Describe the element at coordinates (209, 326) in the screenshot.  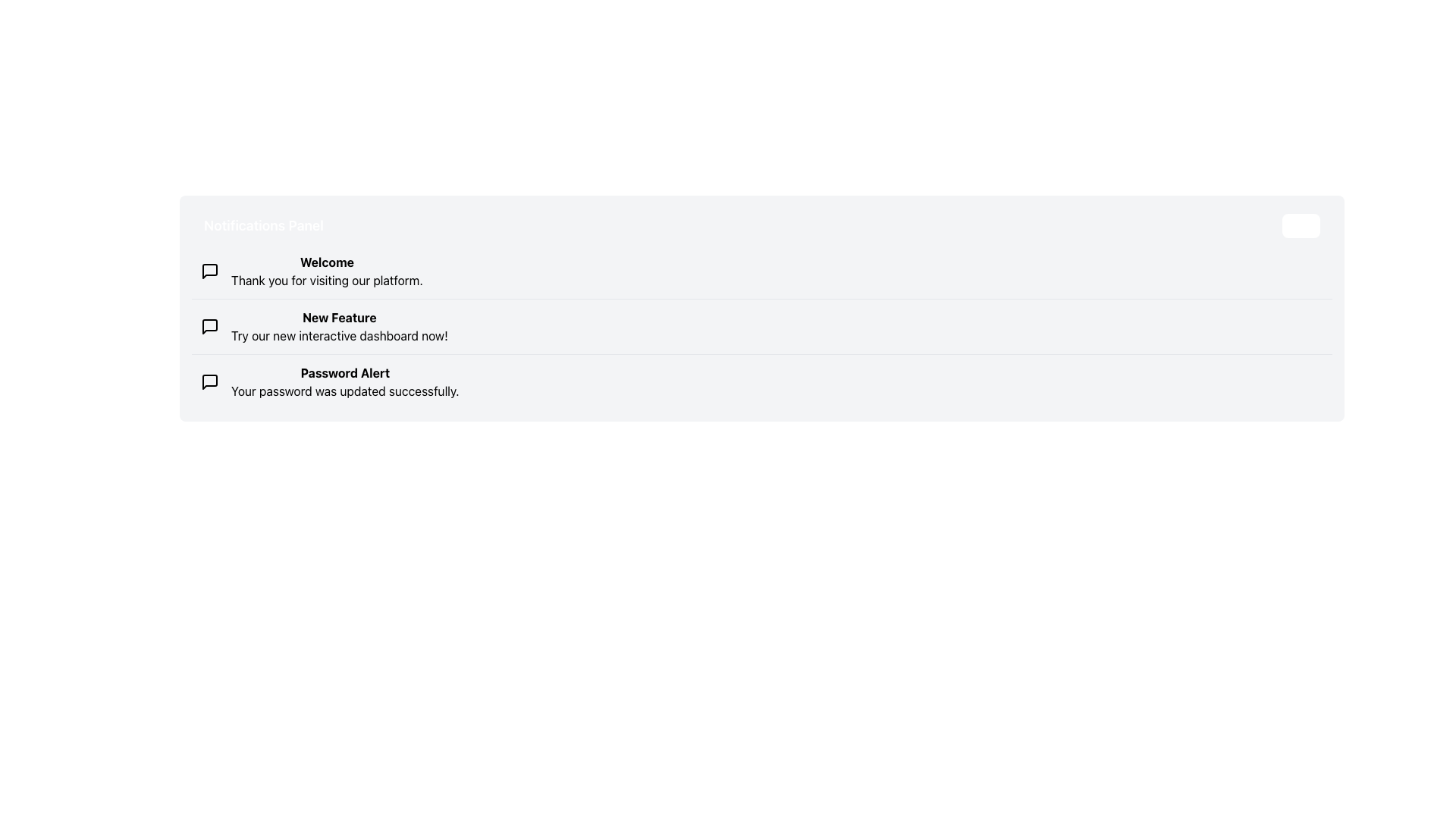
I see `the speech bubble icon rendered using SVG, located near the top-left of the notification panel, next to the 'New Feature' notification` at that location.